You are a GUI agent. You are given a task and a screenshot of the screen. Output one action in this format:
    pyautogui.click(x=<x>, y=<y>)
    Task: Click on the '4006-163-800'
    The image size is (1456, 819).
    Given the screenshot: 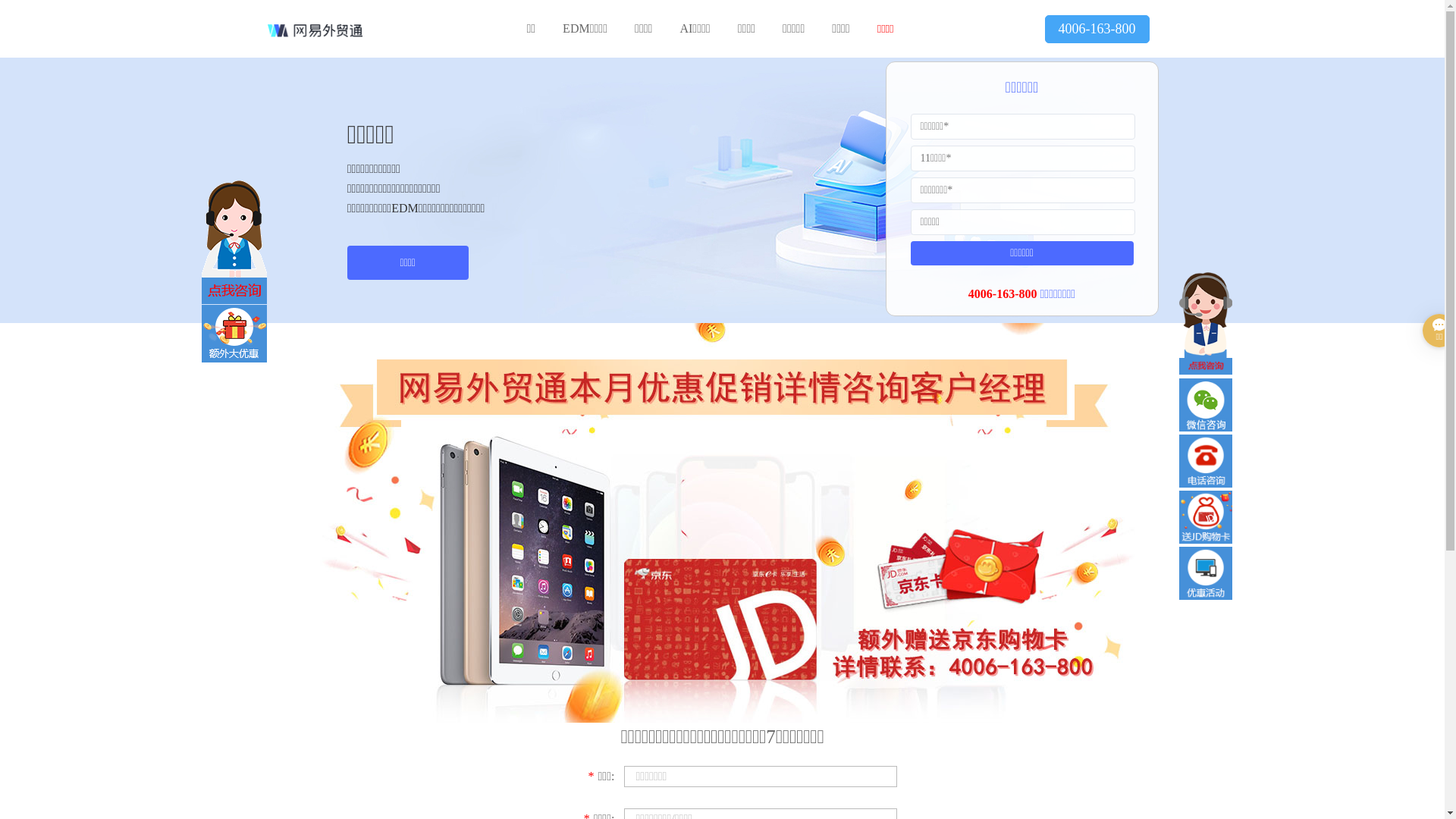 What is the action you would take?
    pyautogui.click(x=1097, y=29)
    